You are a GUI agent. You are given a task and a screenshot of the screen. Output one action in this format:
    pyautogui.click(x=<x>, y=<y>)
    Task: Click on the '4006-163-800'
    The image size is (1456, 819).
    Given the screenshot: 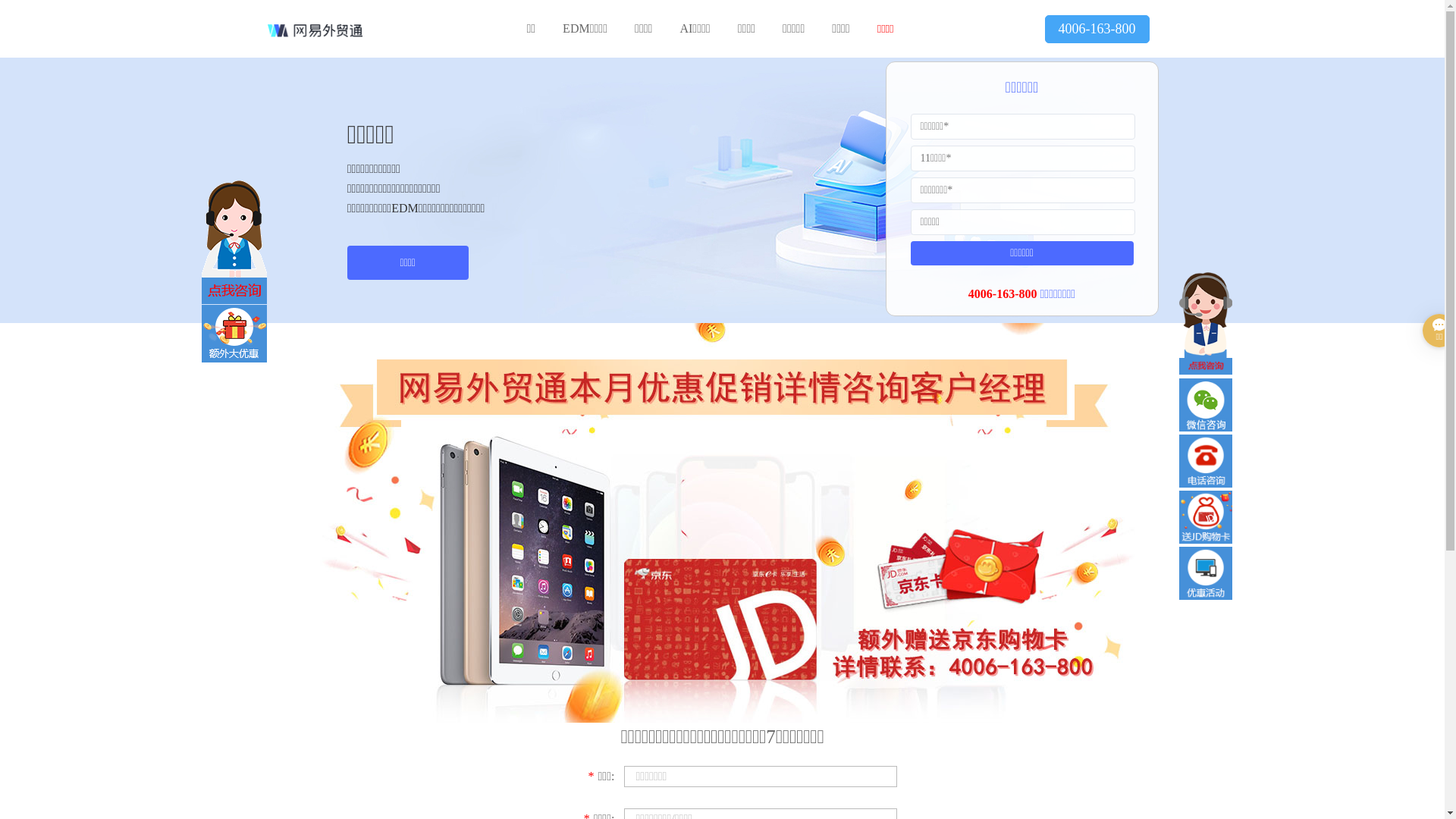 What is the action you would take?
    pyautogui.click(x=1097, y=29)
    